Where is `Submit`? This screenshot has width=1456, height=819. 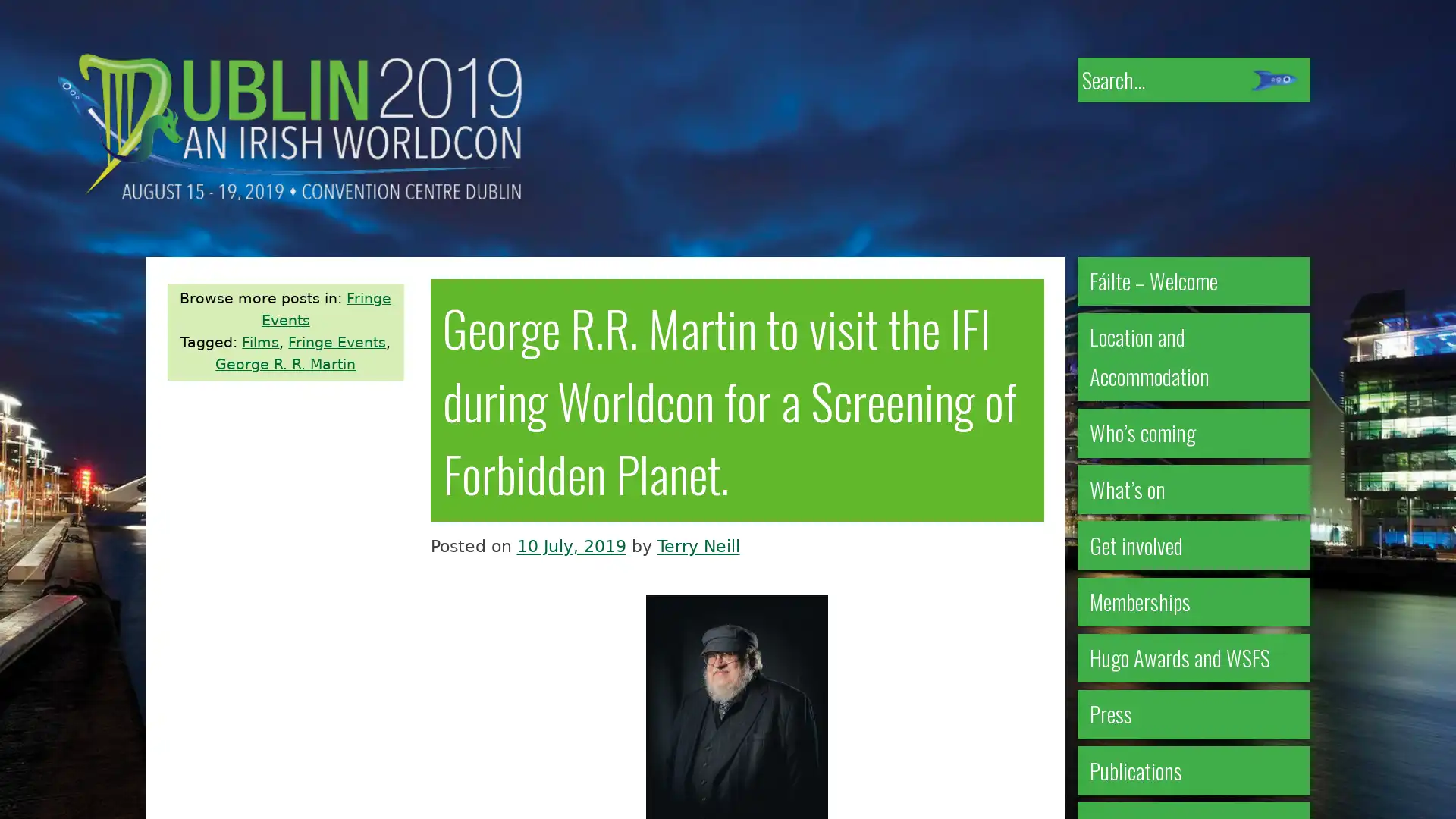 Submit is located at coordinates (1274, 80).